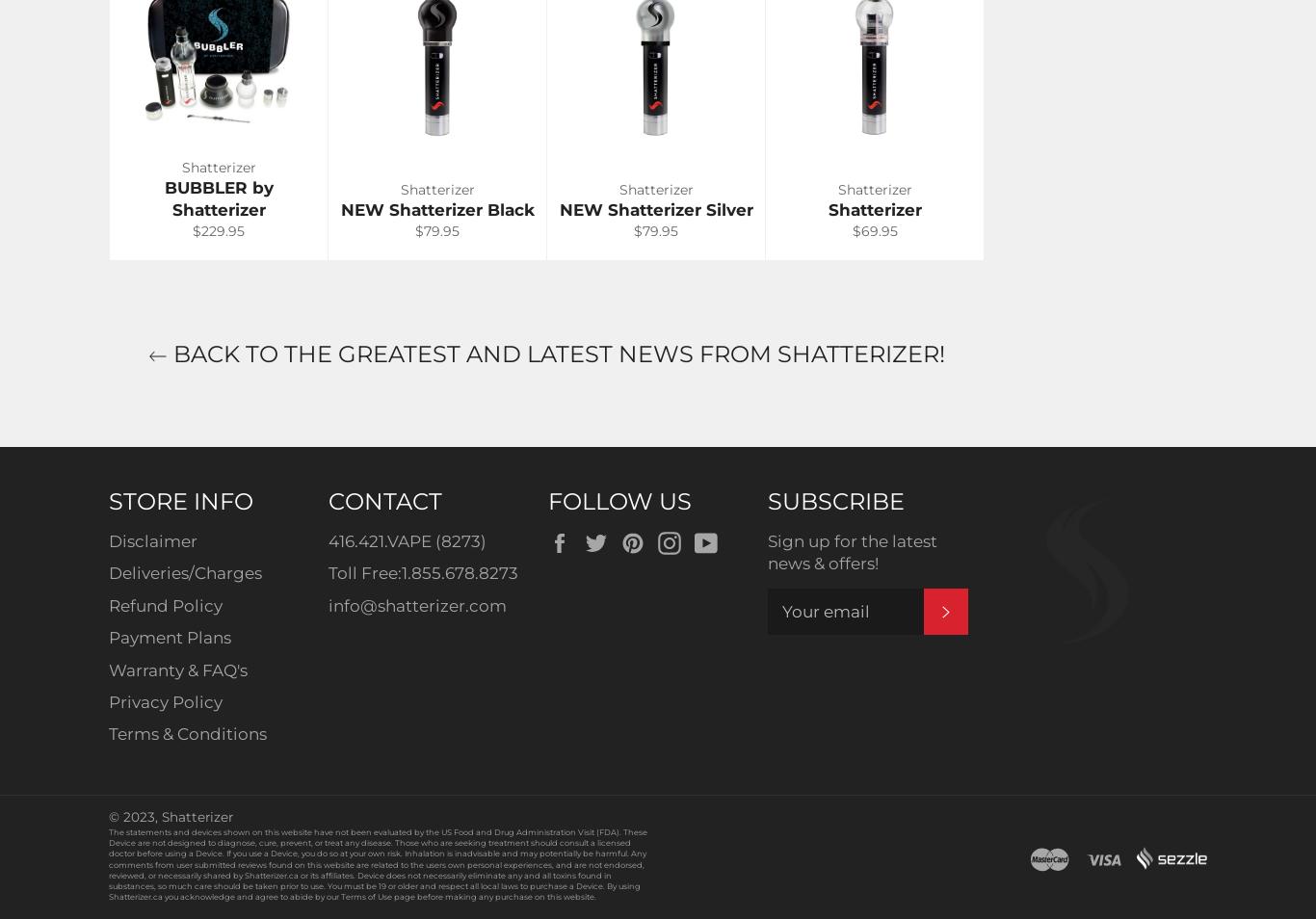  What do you see at coordinates (852, 551) in the screenshot?
I see `'Sign up for the latest news & offers!'` at bounding box center [852, 551].